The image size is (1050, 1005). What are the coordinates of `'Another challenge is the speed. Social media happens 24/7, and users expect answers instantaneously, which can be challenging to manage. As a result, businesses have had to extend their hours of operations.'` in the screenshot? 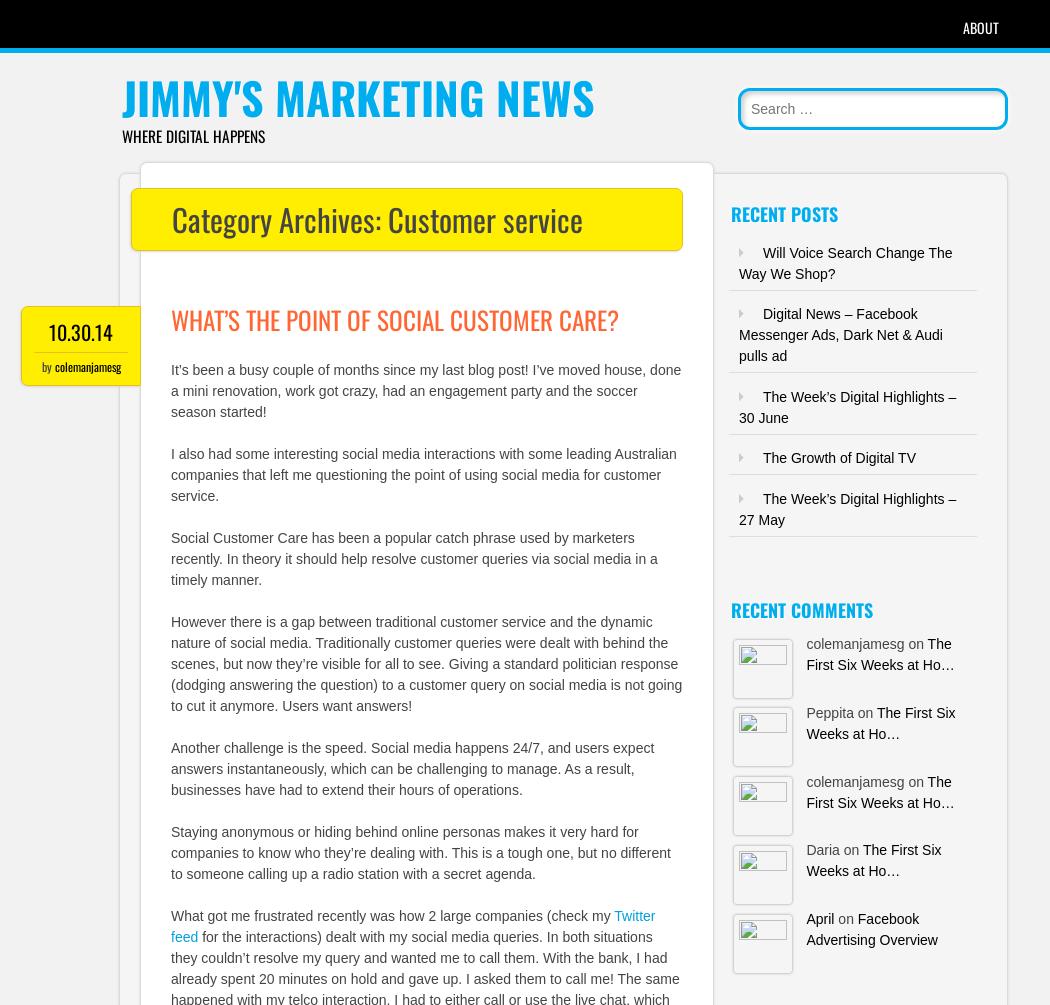 It's located at (412, 768).